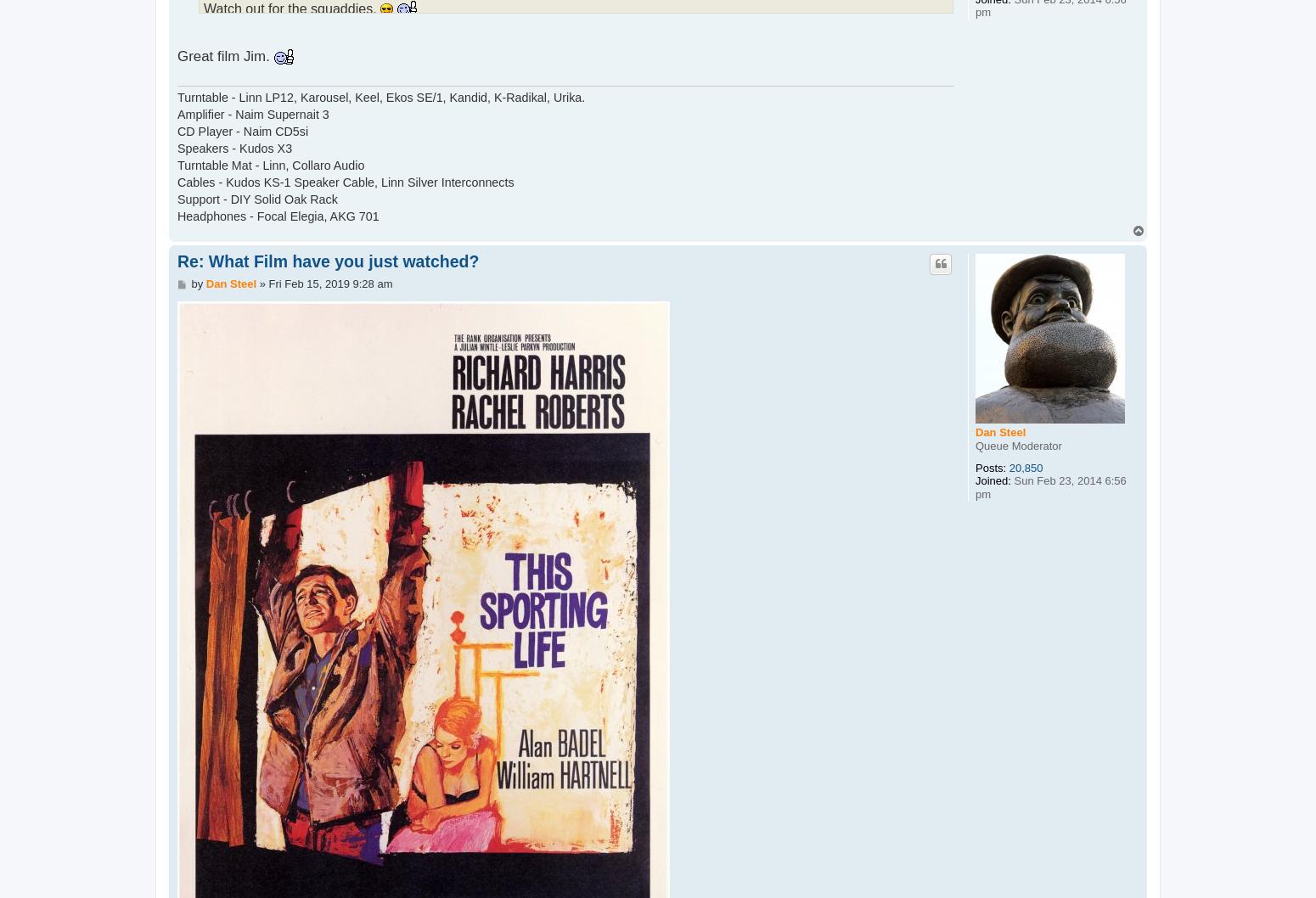 The image size is (1316, 898). Describe the element at coordinates (253, 114) in the screenshot. I see `'Amplifier - Naim Supernait 3'` at that location.